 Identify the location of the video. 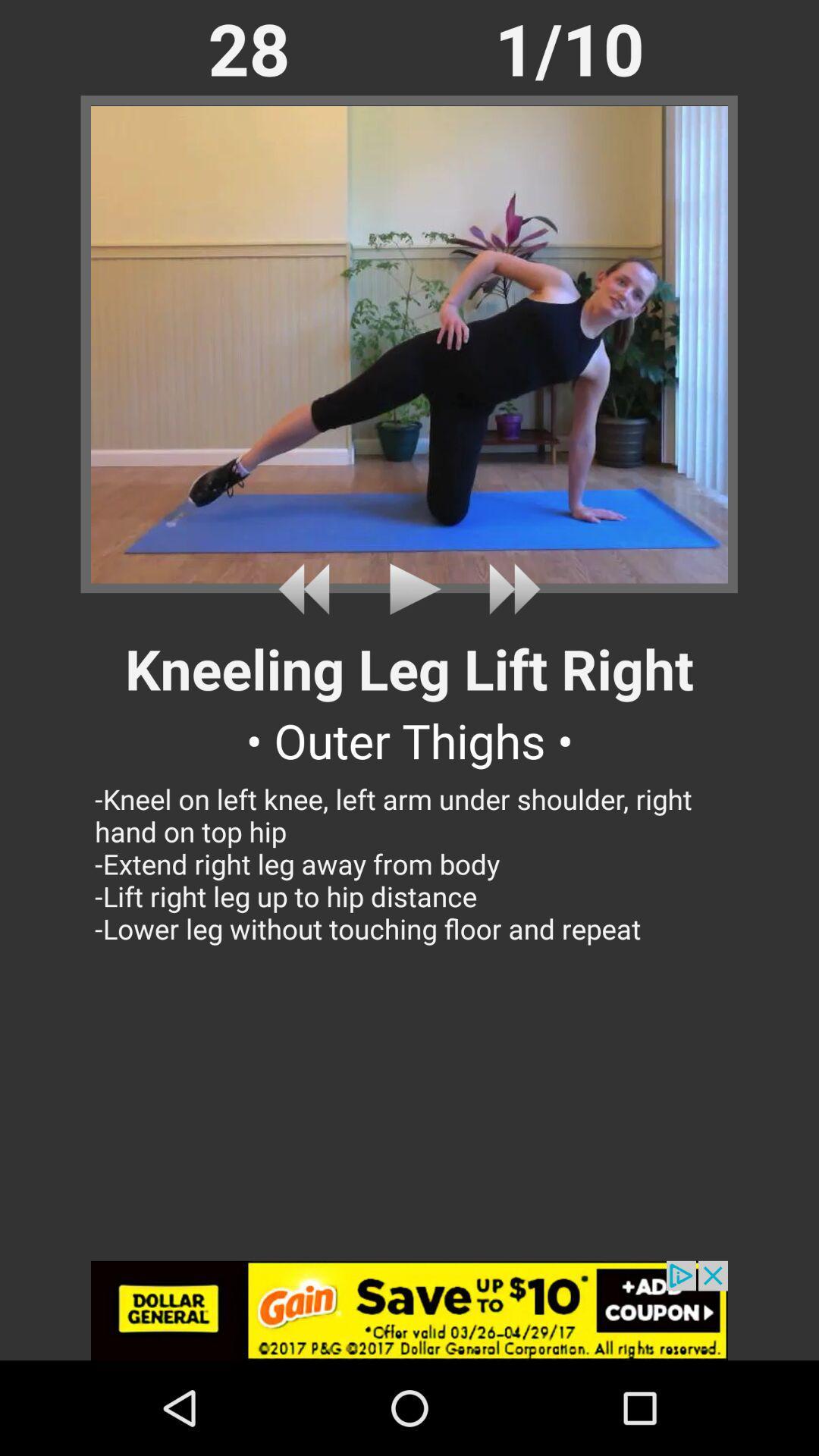
(409, 588).